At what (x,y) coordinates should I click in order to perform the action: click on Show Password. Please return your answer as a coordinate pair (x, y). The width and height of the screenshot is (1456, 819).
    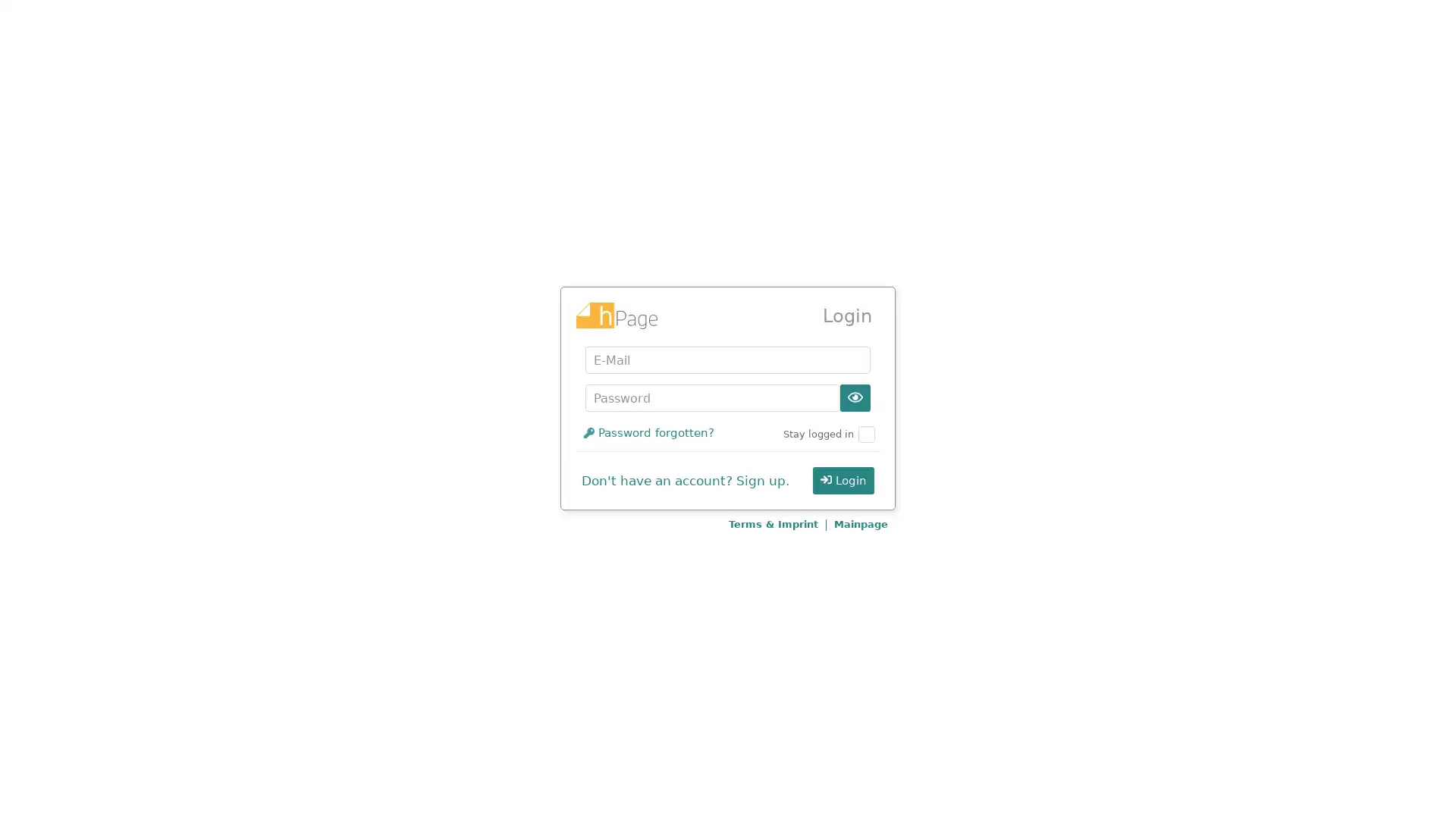
    Looking at the image, I should click on (855, 397).